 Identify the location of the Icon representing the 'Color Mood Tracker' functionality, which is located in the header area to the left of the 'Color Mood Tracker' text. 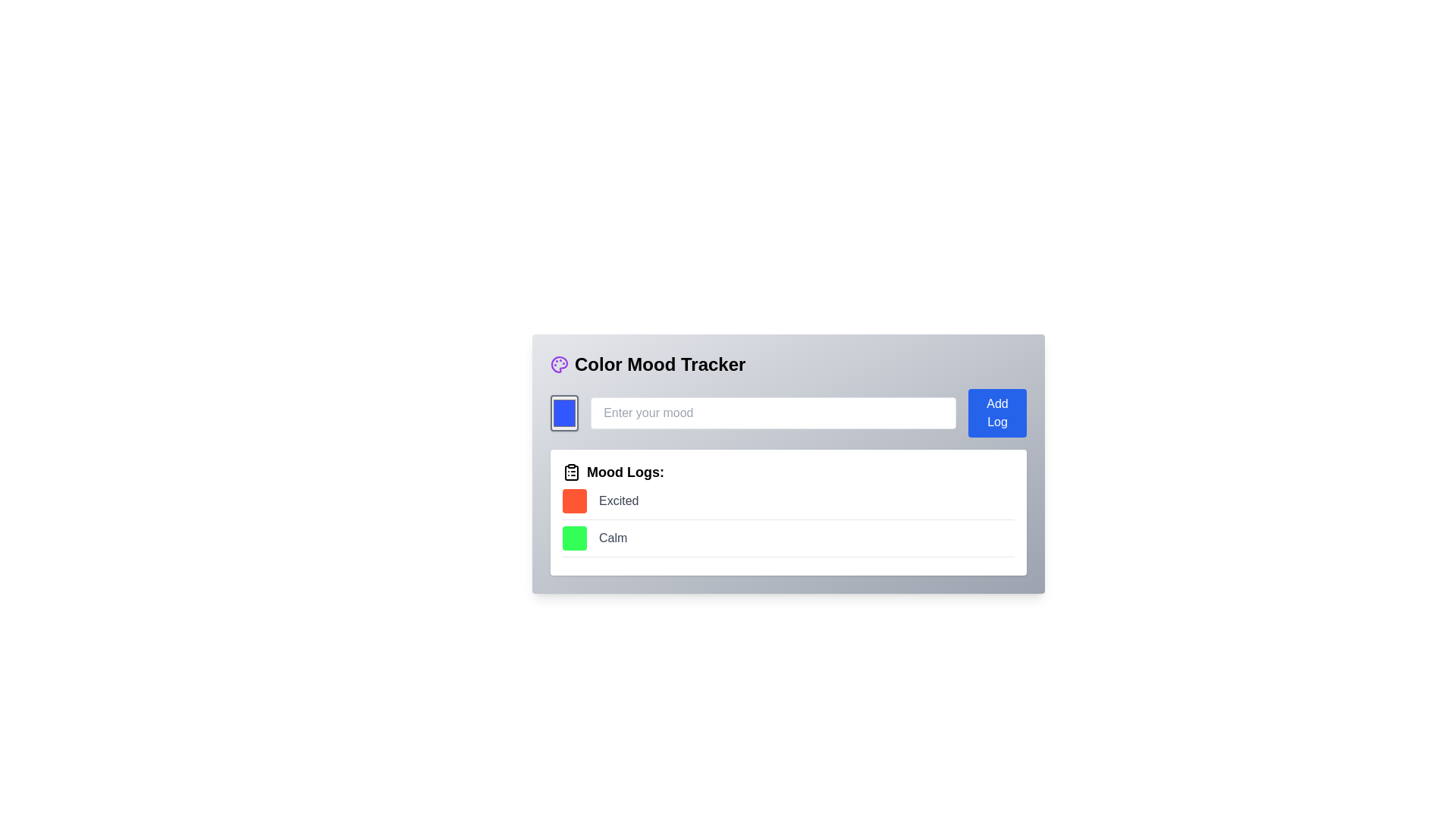
(559, 365).